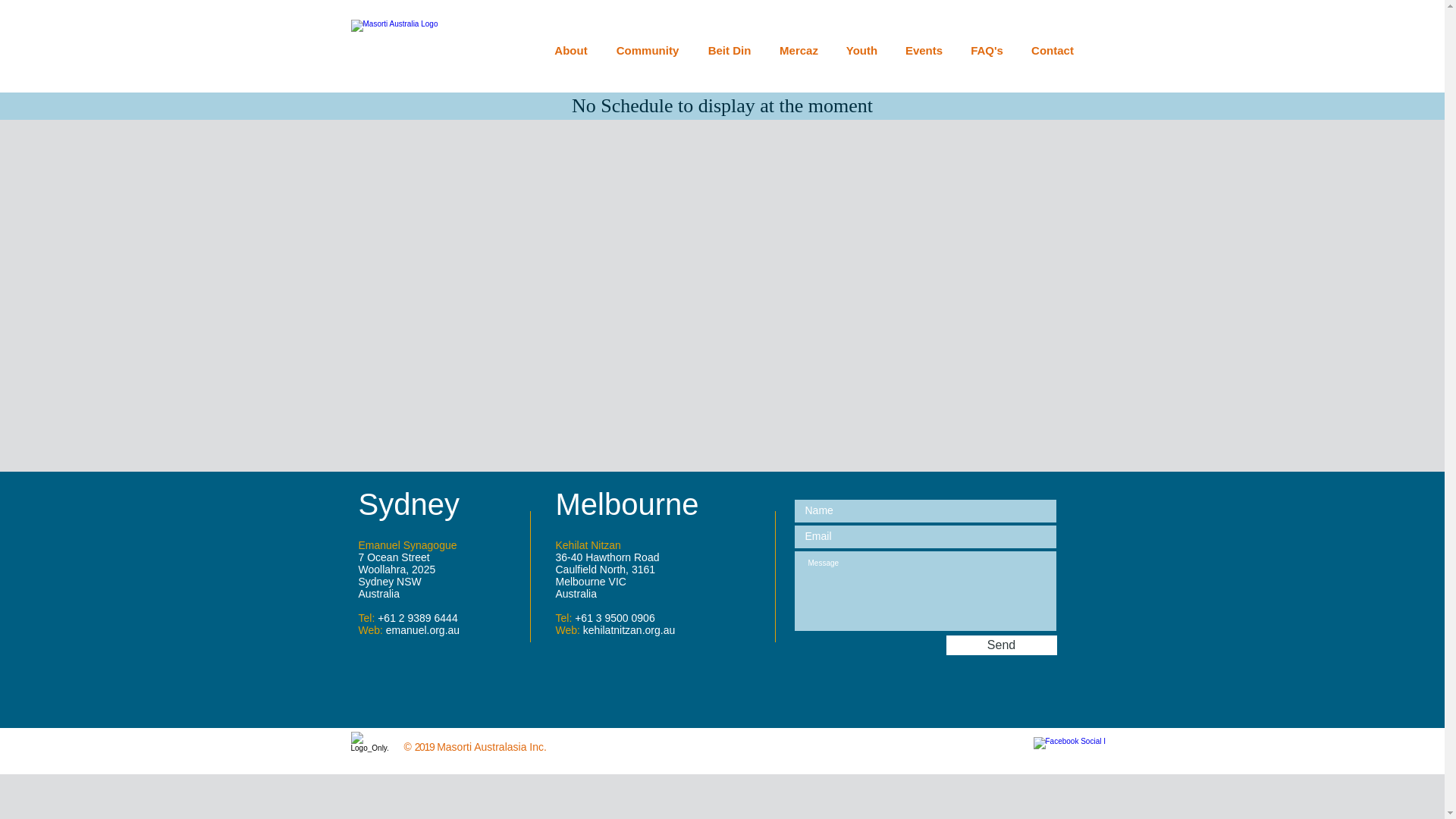 Image resolution: width=1456 pixels, height=819 pixels. What do you see at coordinates (422, 49) in the screenshot?
I see `'Masorti Australia Logo'` at bounding box center [422, 49].